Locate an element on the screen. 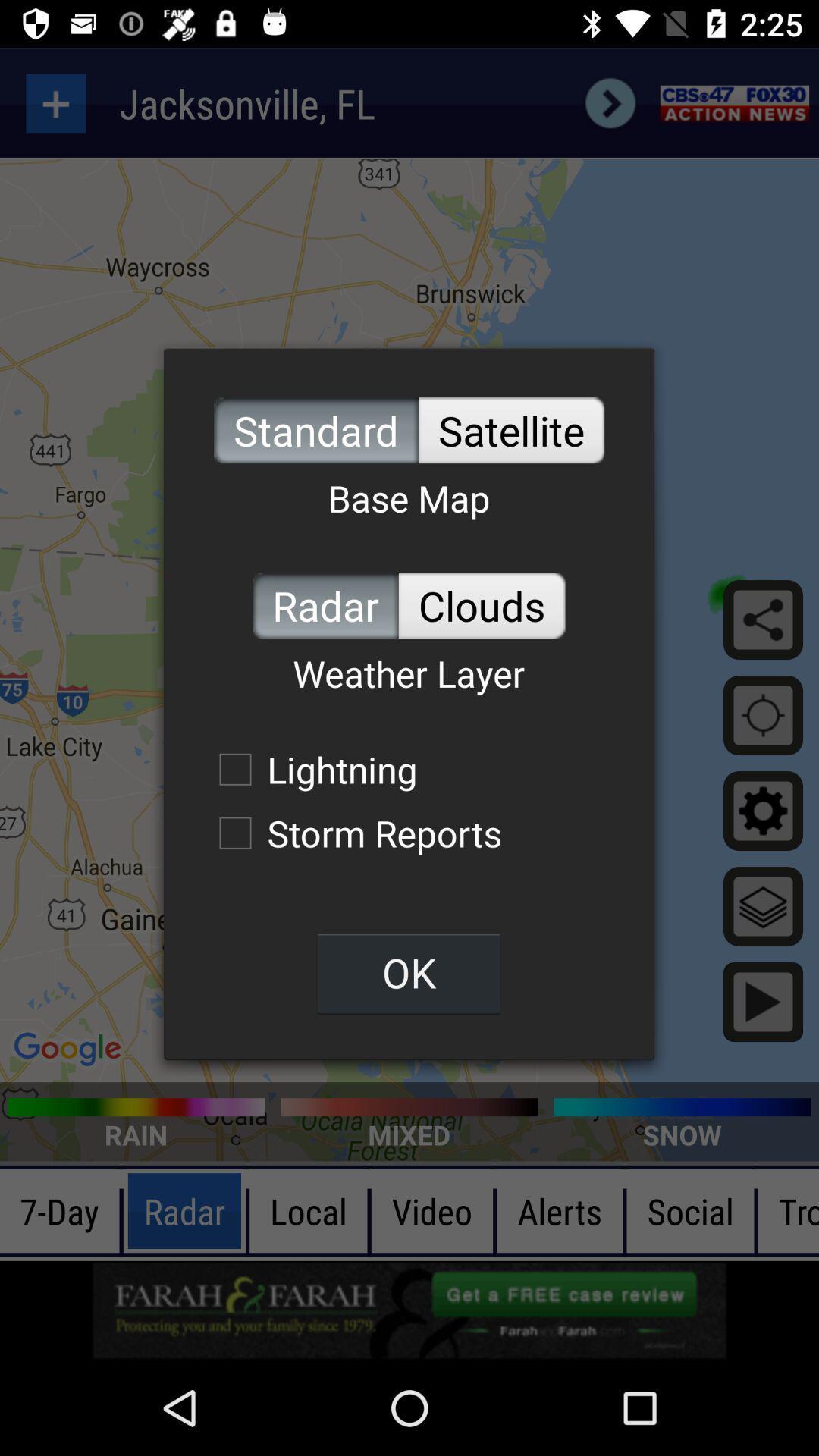 This screenshot has width=819, height=1456. item above weather layer item is located at coordinates (482, 604).